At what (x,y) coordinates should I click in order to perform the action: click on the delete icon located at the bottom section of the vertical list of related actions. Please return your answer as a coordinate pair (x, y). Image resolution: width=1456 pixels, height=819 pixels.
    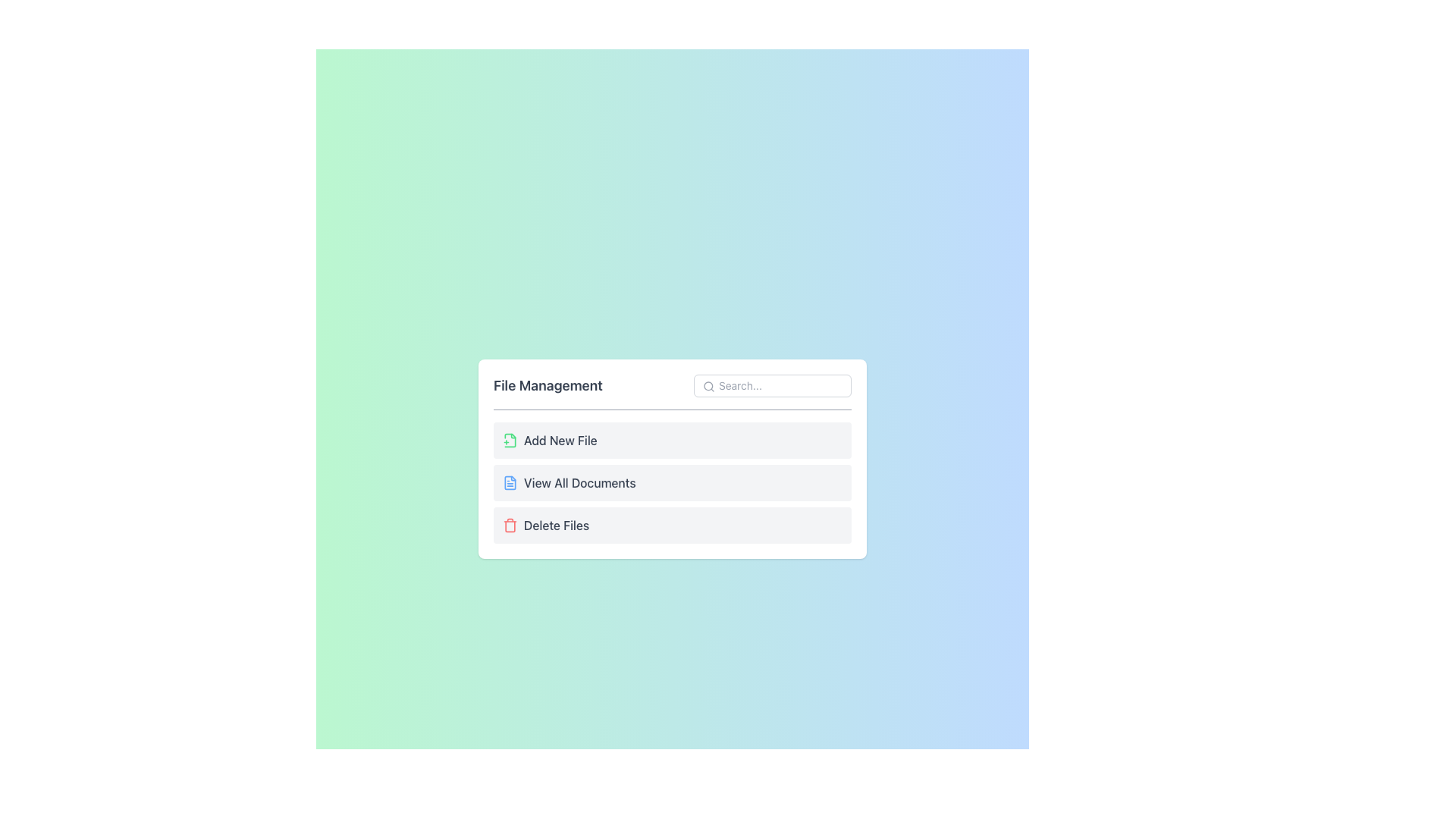
    Looking at the image, I should click on (510, 524).